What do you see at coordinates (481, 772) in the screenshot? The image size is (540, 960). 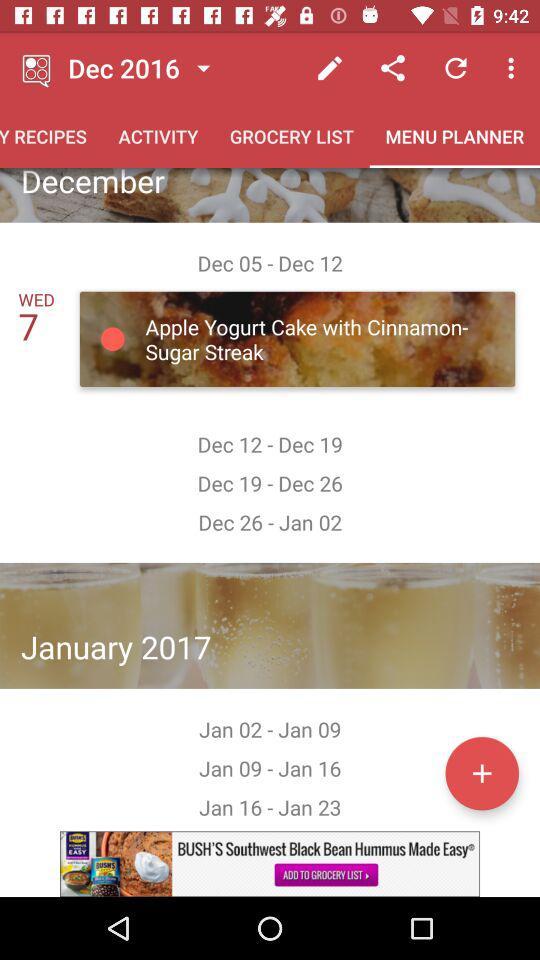 I see `new entry` at bounding box center [481, 772].